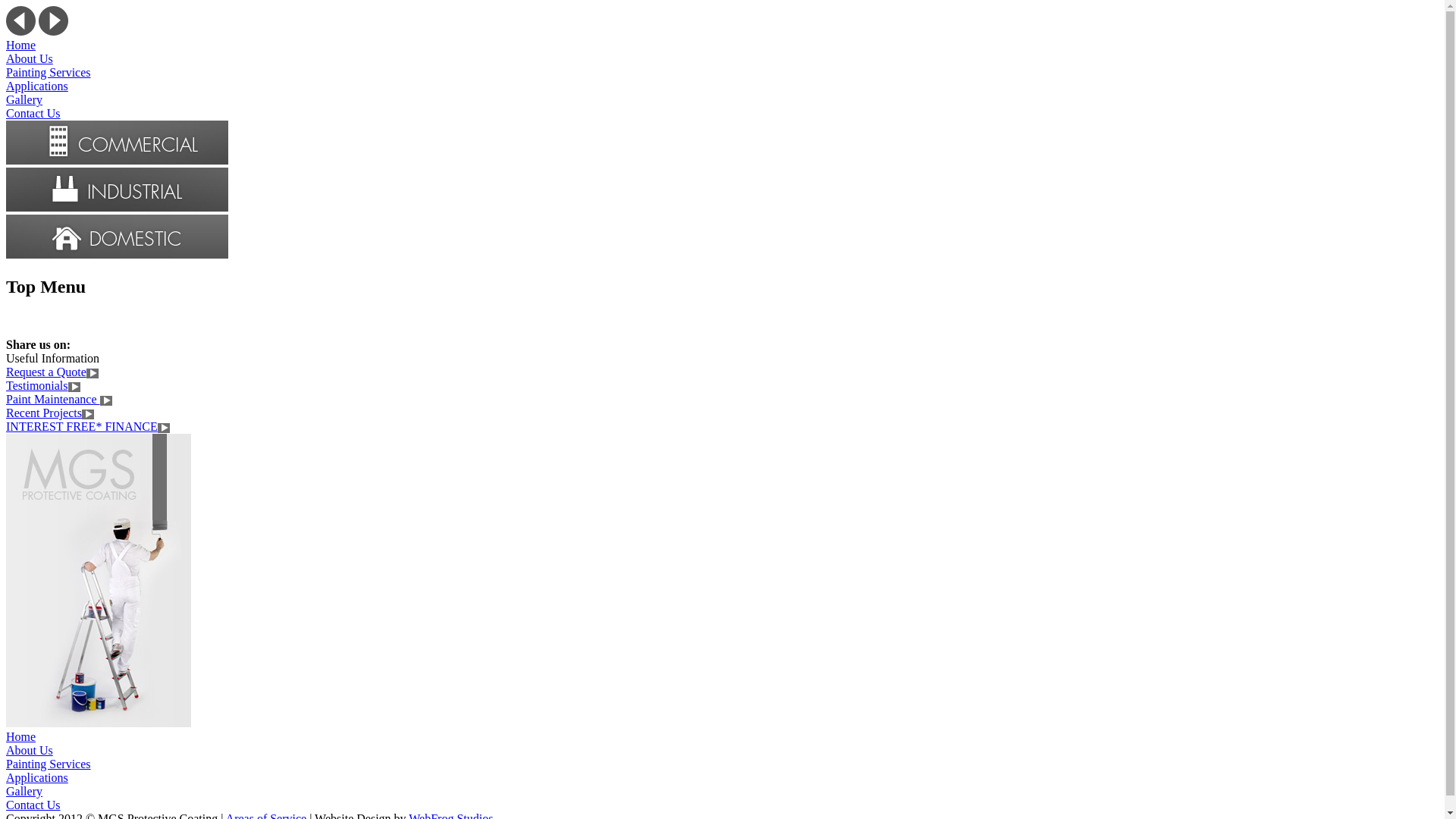  I want to click on 'Applications', so click(36, 777).